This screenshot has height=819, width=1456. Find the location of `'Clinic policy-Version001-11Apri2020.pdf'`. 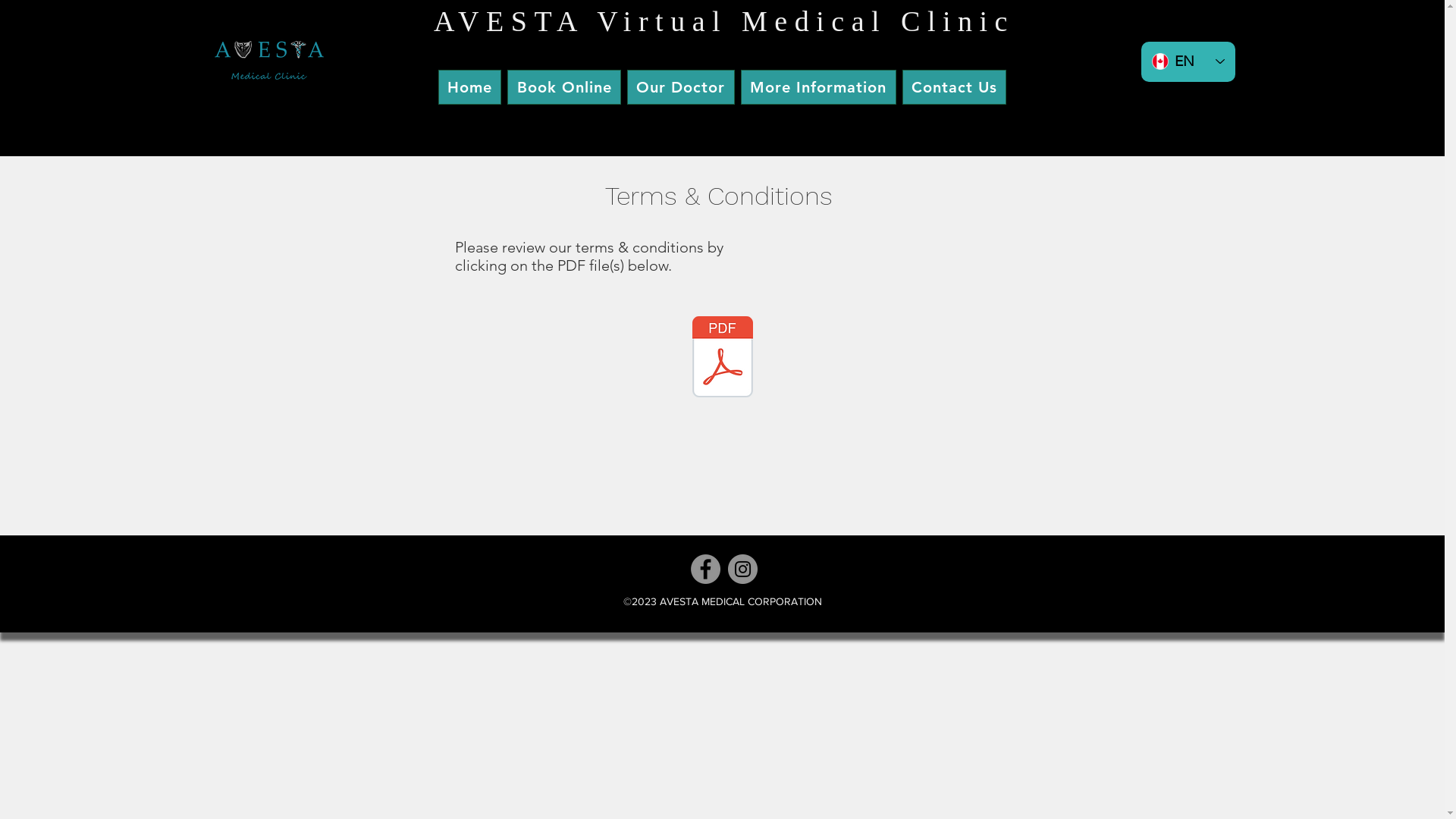

'Clinic policy-Version001-11Apri2020.pdf' is located at coordinates (722, 359).